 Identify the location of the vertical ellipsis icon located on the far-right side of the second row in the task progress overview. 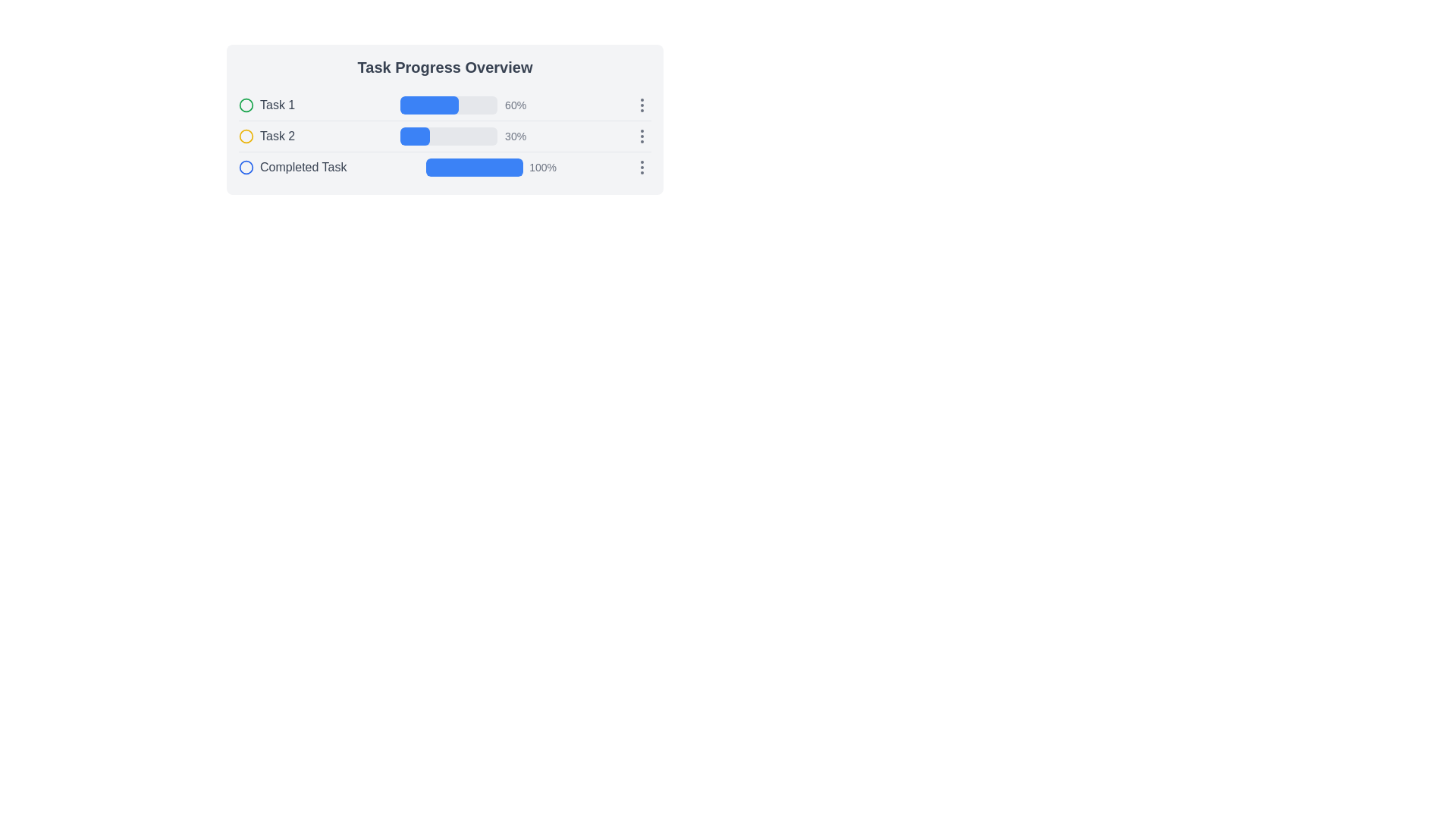
(642, 136).